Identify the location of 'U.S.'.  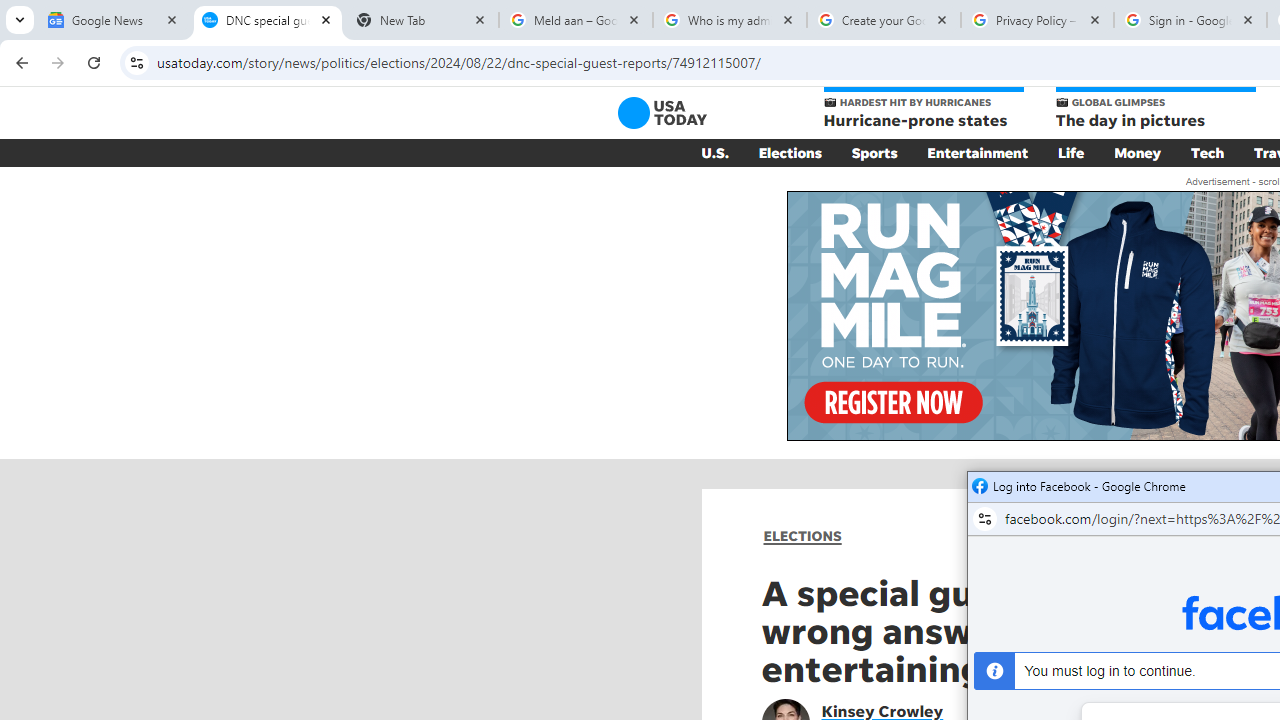
(714, 152).